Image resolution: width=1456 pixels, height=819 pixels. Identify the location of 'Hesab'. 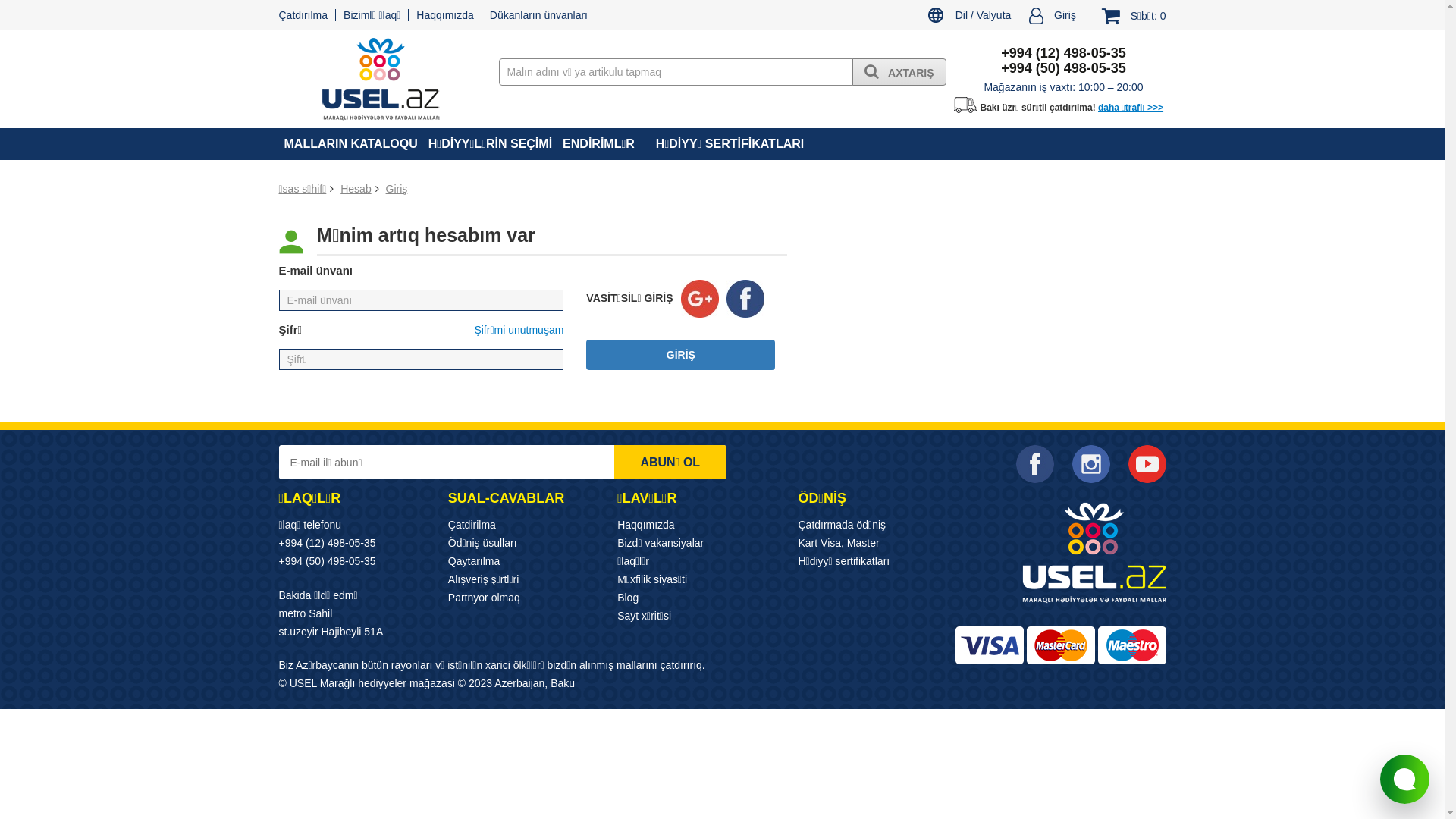
(355, 188).